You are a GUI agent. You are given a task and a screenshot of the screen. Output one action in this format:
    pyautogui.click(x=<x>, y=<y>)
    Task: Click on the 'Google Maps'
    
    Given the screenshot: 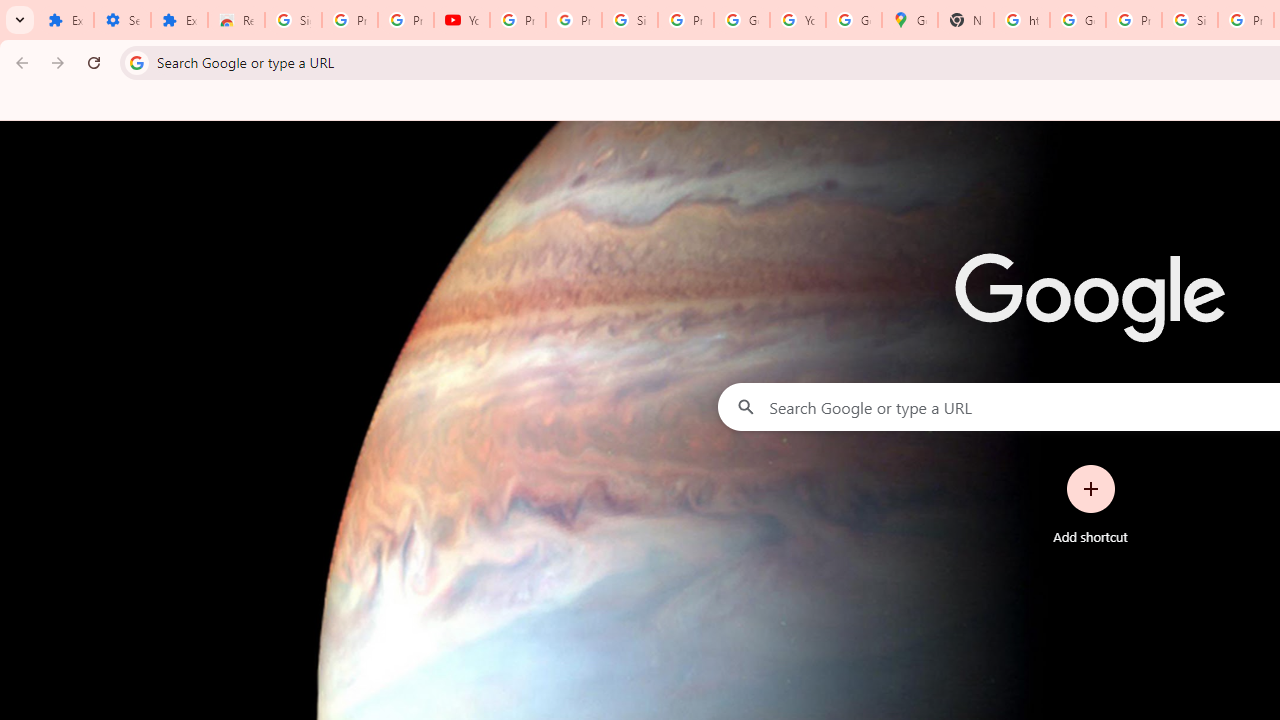 What is the action you would take?
    pyautogui.click(x=909, y=20)
    